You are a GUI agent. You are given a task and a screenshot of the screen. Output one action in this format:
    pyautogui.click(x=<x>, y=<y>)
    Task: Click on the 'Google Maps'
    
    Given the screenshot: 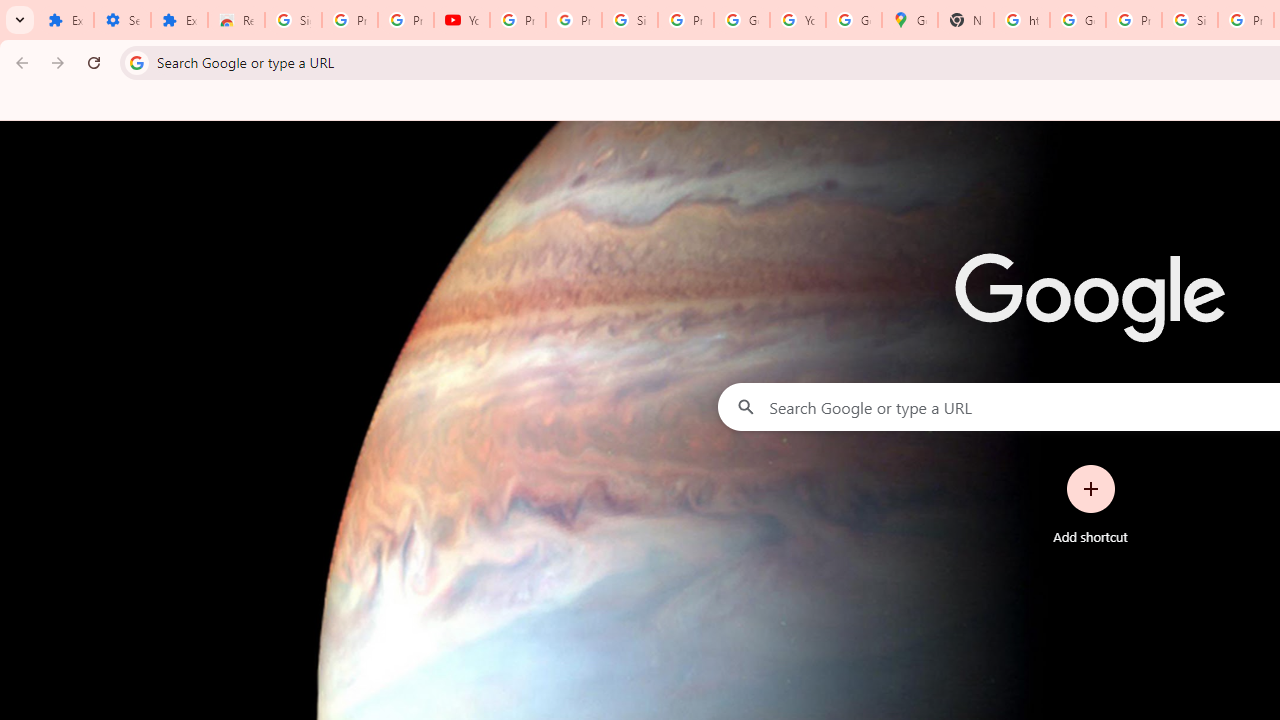 What is the action you would take?
    pyautogui.click(x=909, y=20)
    